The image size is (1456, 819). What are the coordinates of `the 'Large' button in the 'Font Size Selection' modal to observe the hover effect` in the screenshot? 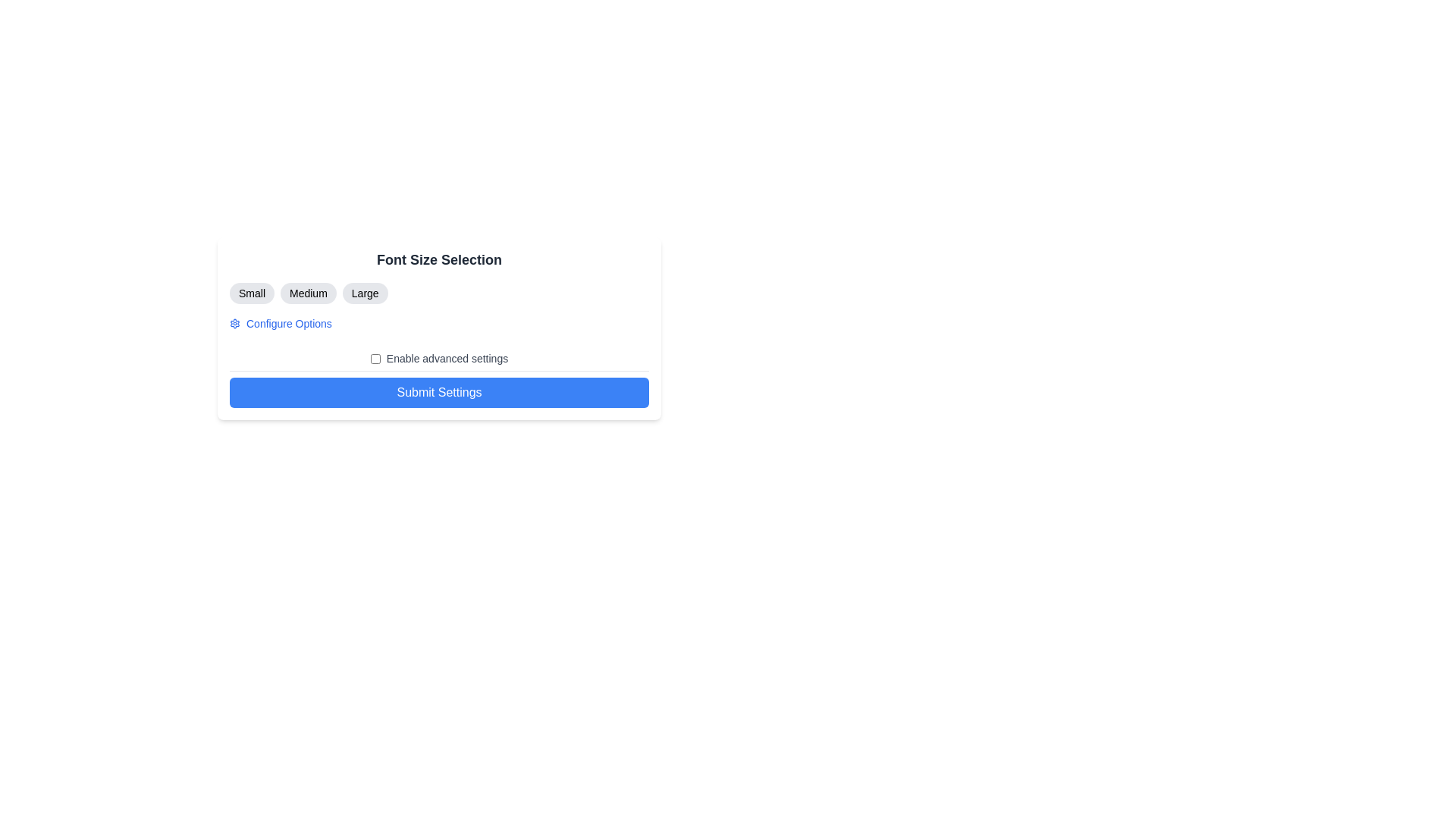 It's located at (365, 293).